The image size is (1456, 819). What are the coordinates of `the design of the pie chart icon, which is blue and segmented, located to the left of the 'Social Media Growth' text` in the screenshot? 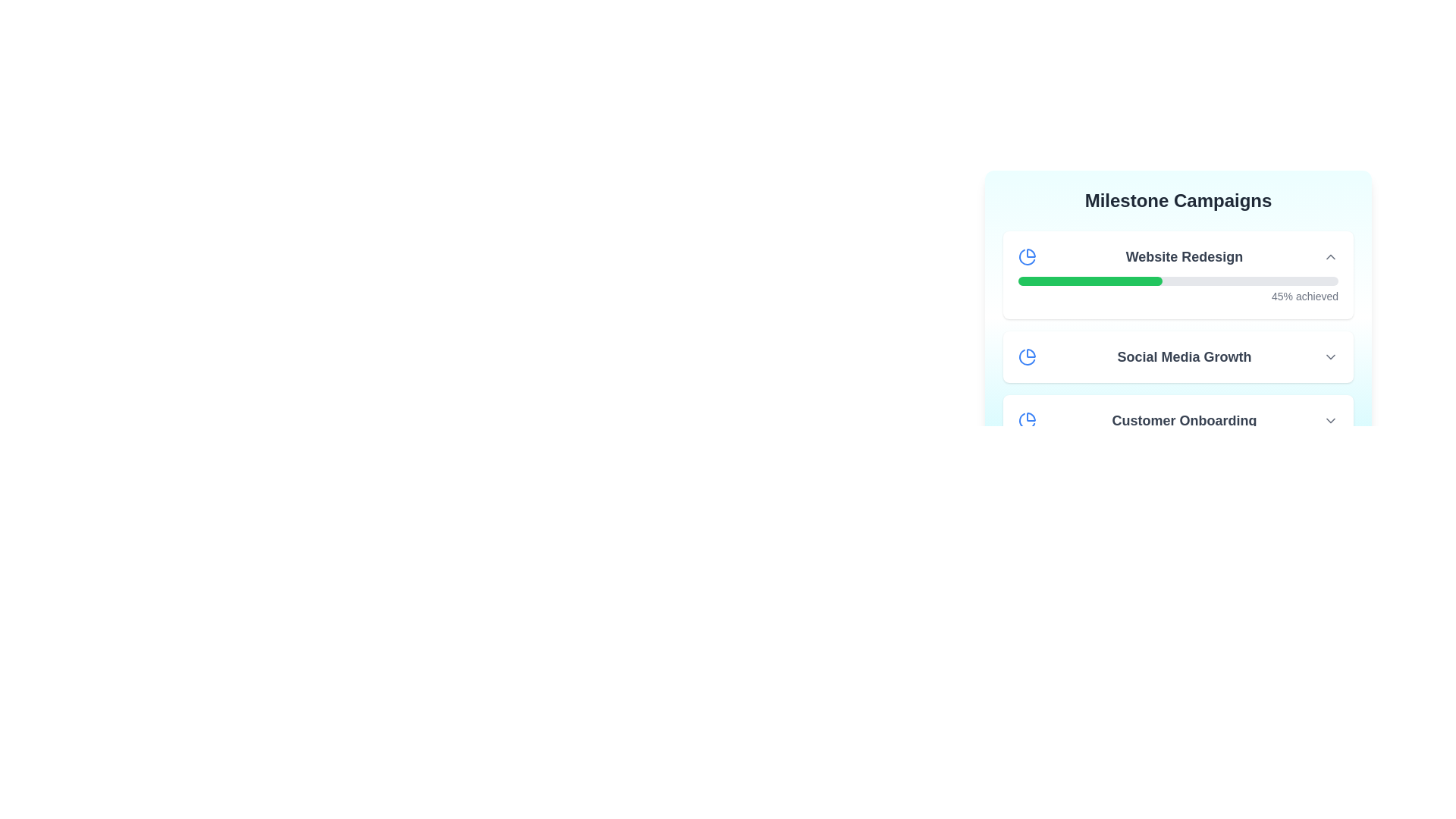 It's located at (1027, 356).